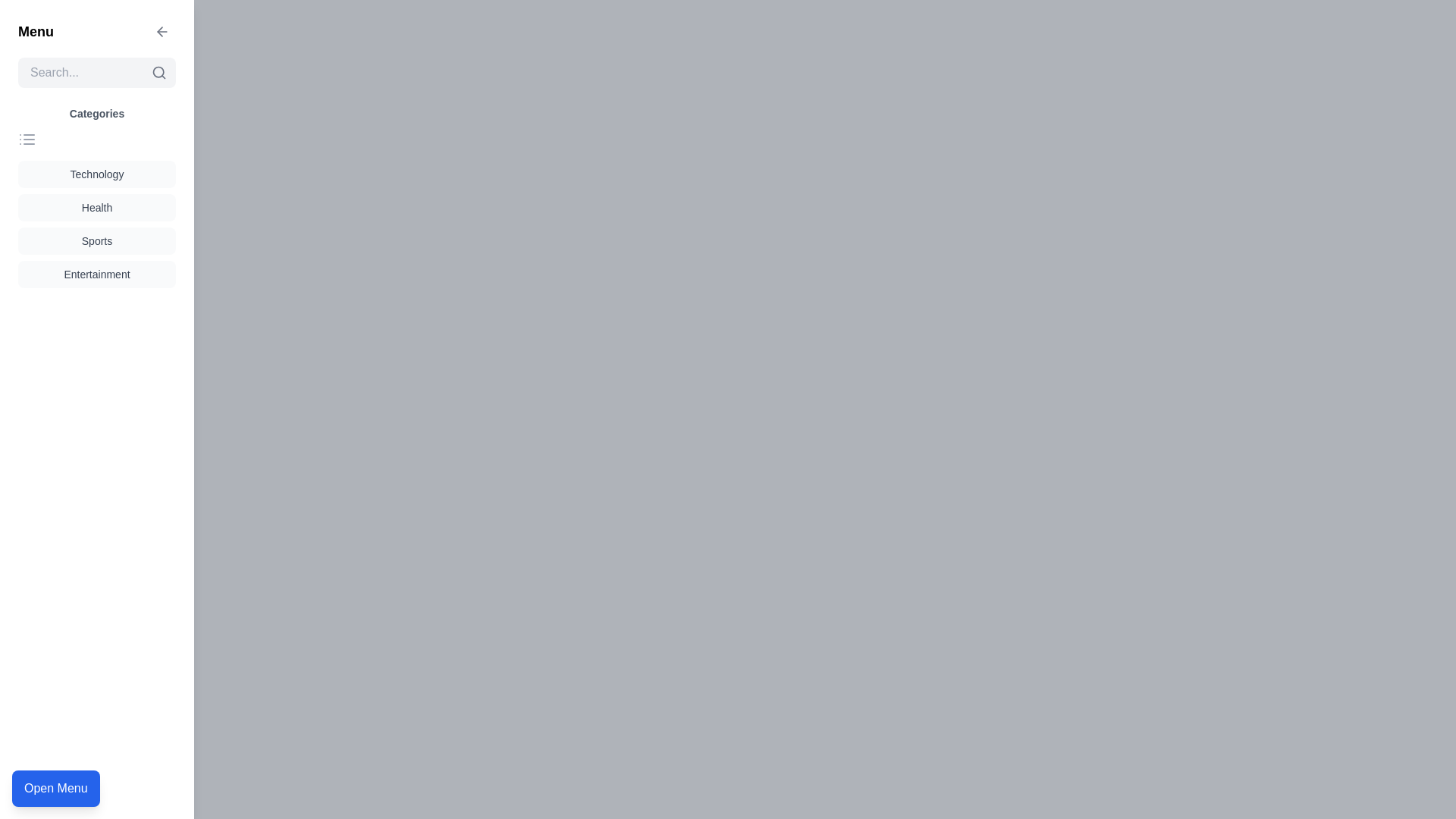  Describe the element at coordinates (96, 113) in the screenshot. I see `the 'Categories' heading text label, which displays the title in a bold, gray font and is positioned at the top of the list or section` at that location.